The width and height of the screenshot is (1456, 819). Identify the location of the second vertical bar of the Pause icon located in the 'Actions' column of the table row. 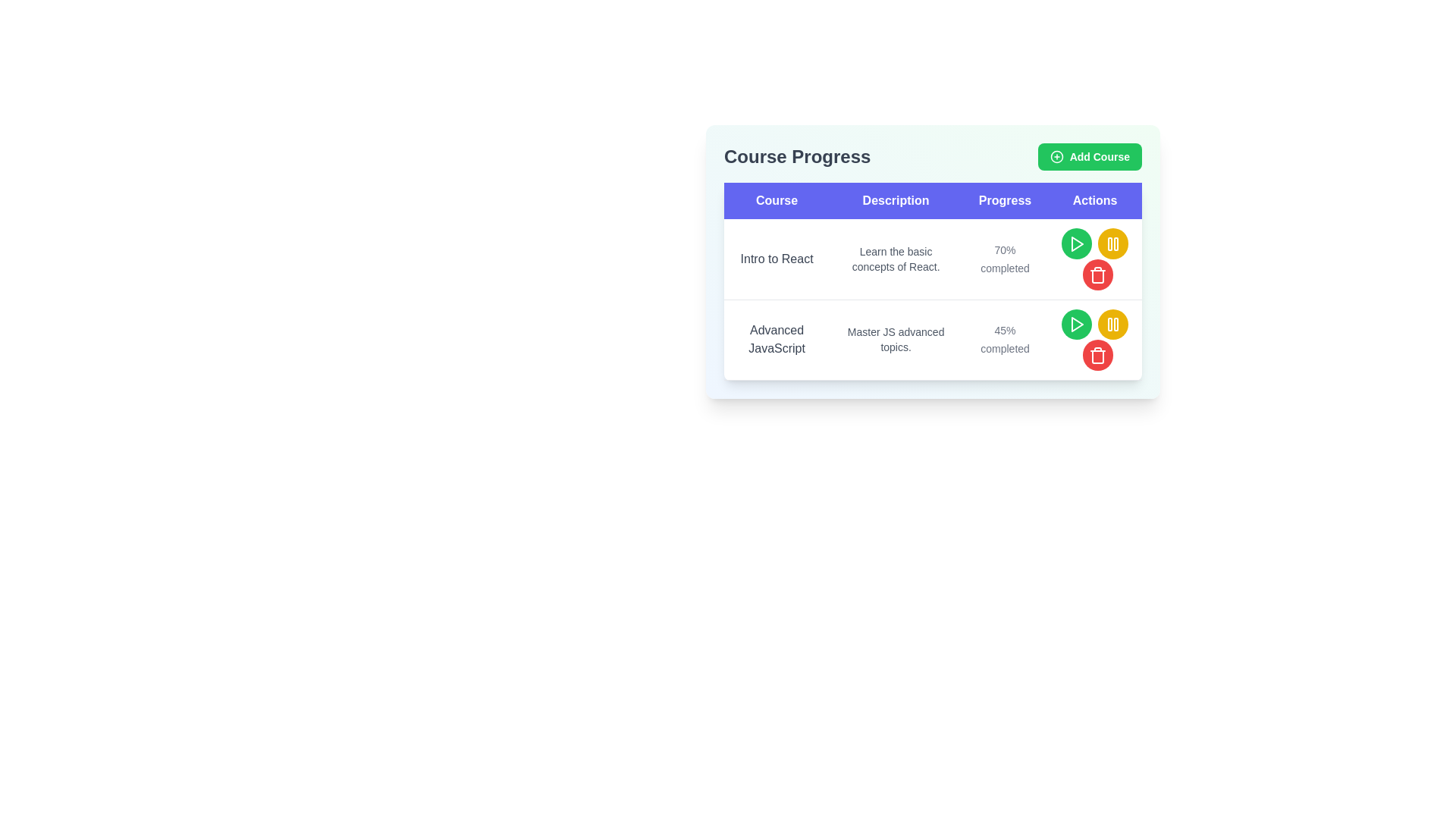
(1116, 324).